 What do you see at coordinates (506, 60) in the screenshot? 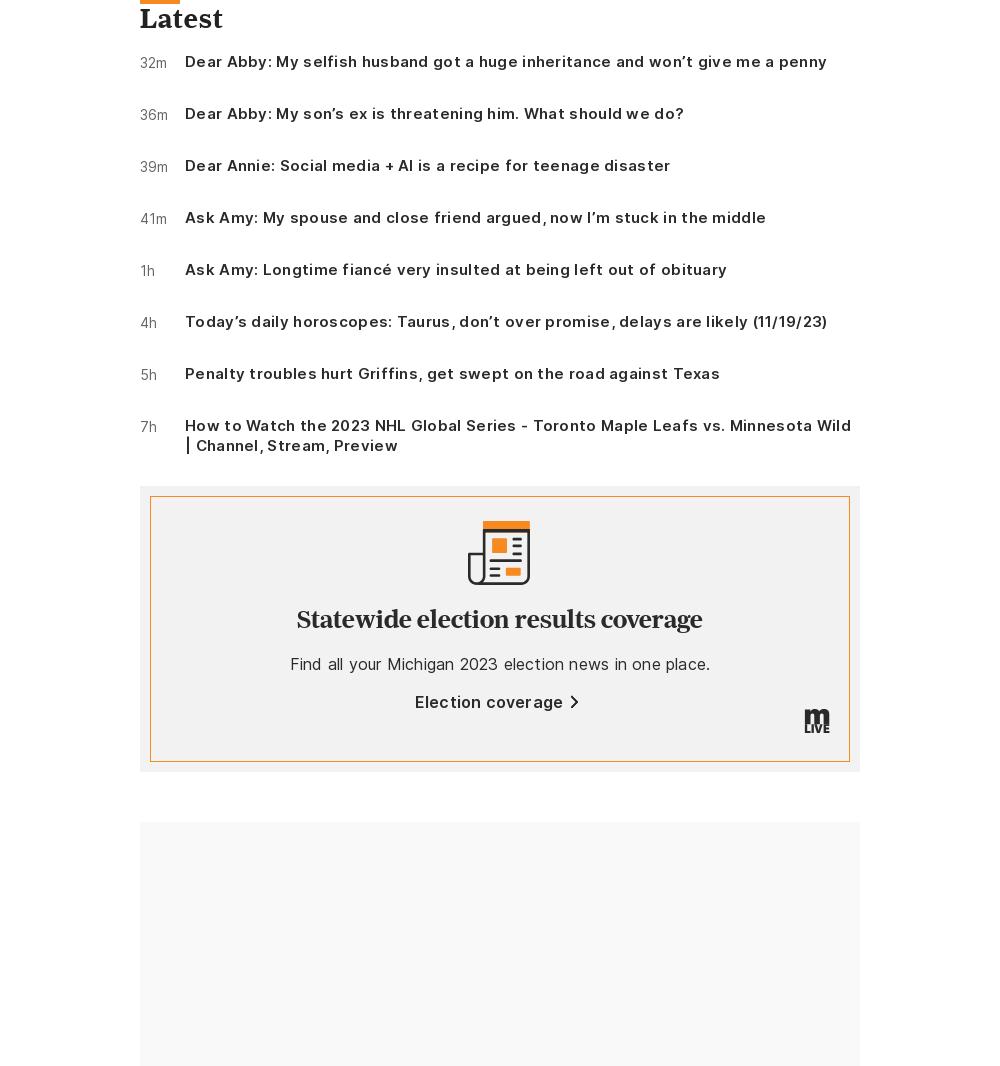
I see `'Dear Abby: My selfish husband got a huge inheritance and won’t give me a penny'` at bounding box center [506, 60].